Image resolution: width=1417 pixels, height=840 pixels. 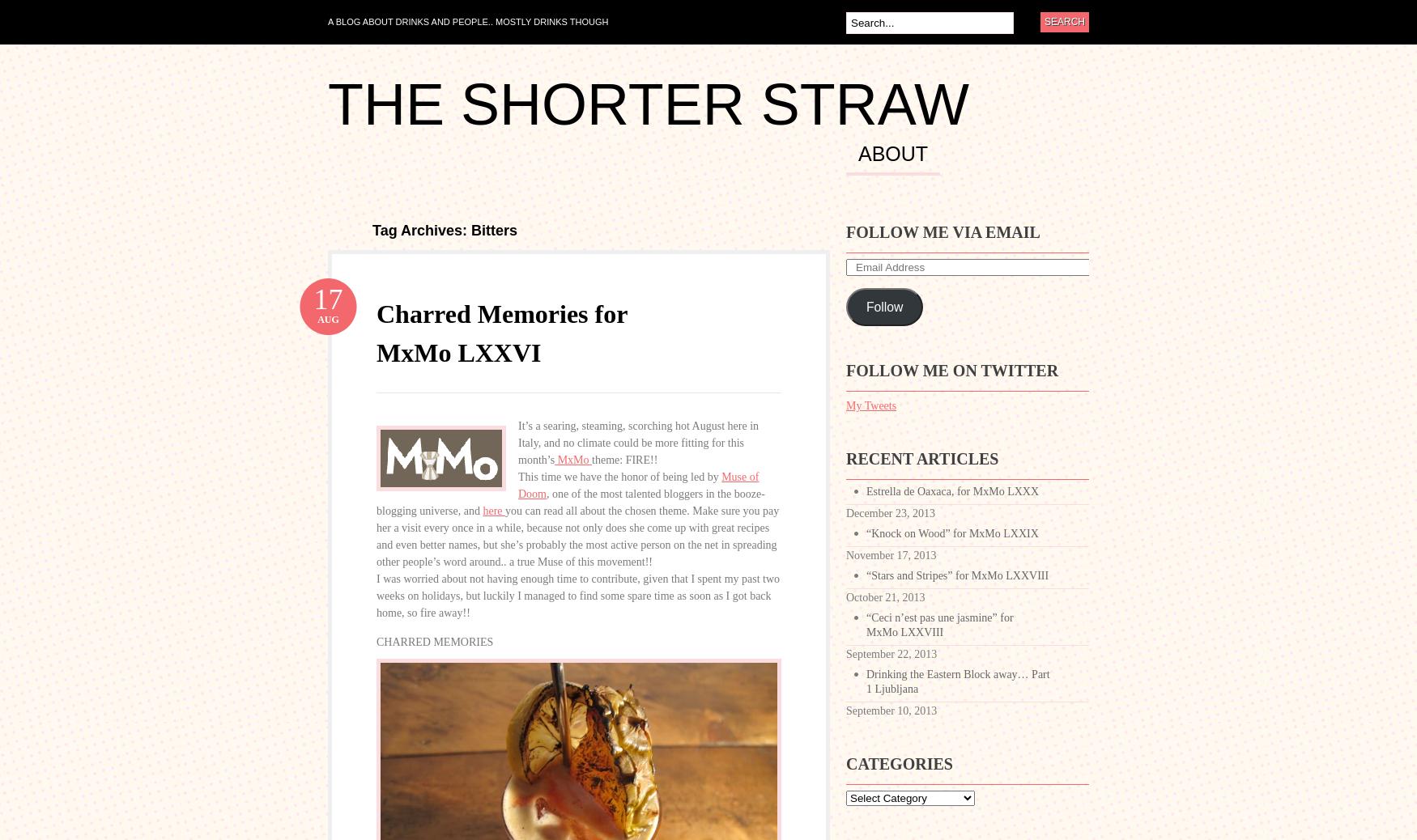 I want to click on '“Ceci n’est pas une jasmine” for MxMo LXXVIII', so click(x=938, y=624).